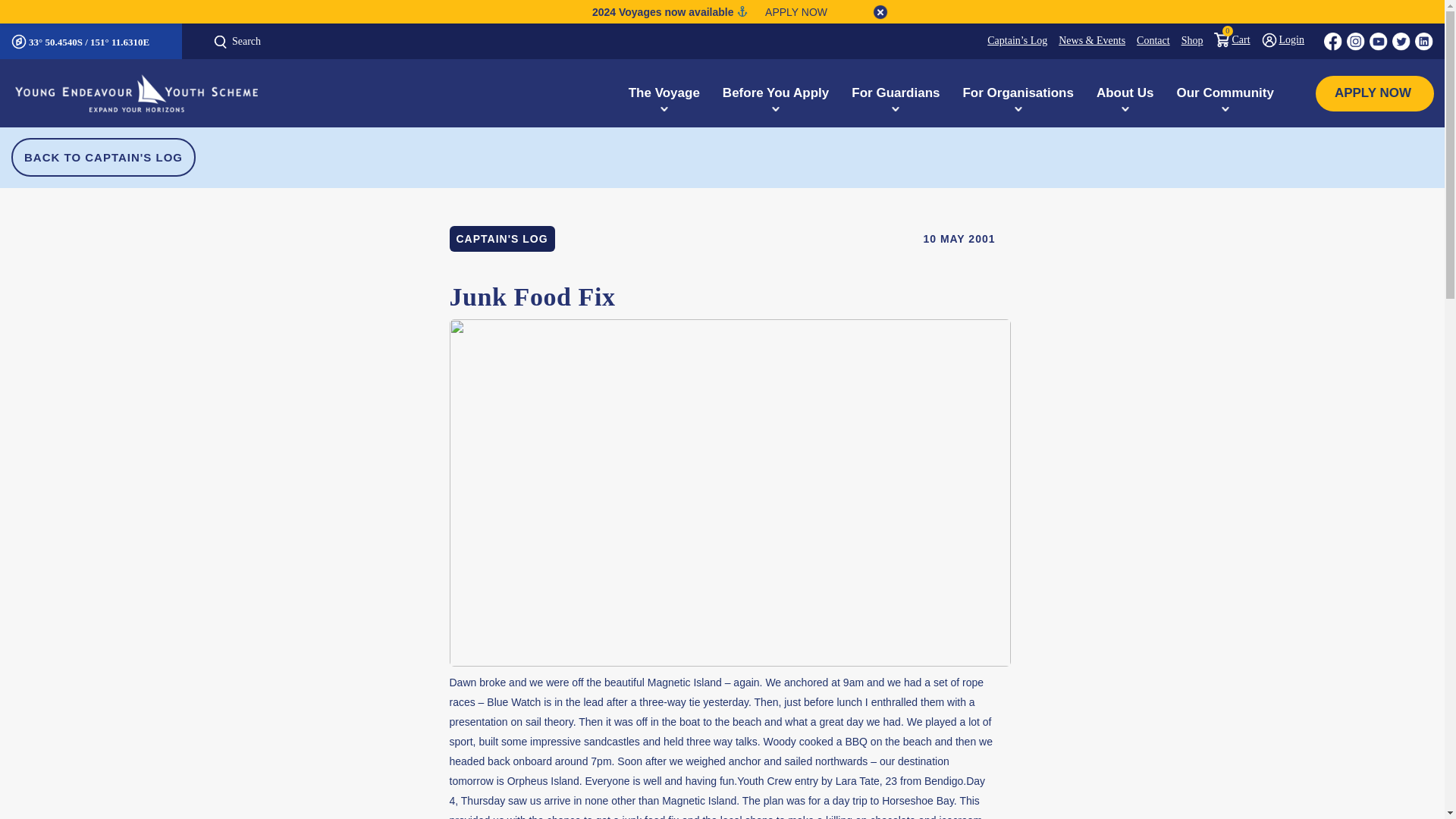  I want to click on 'Contact', so click(1147, 40).